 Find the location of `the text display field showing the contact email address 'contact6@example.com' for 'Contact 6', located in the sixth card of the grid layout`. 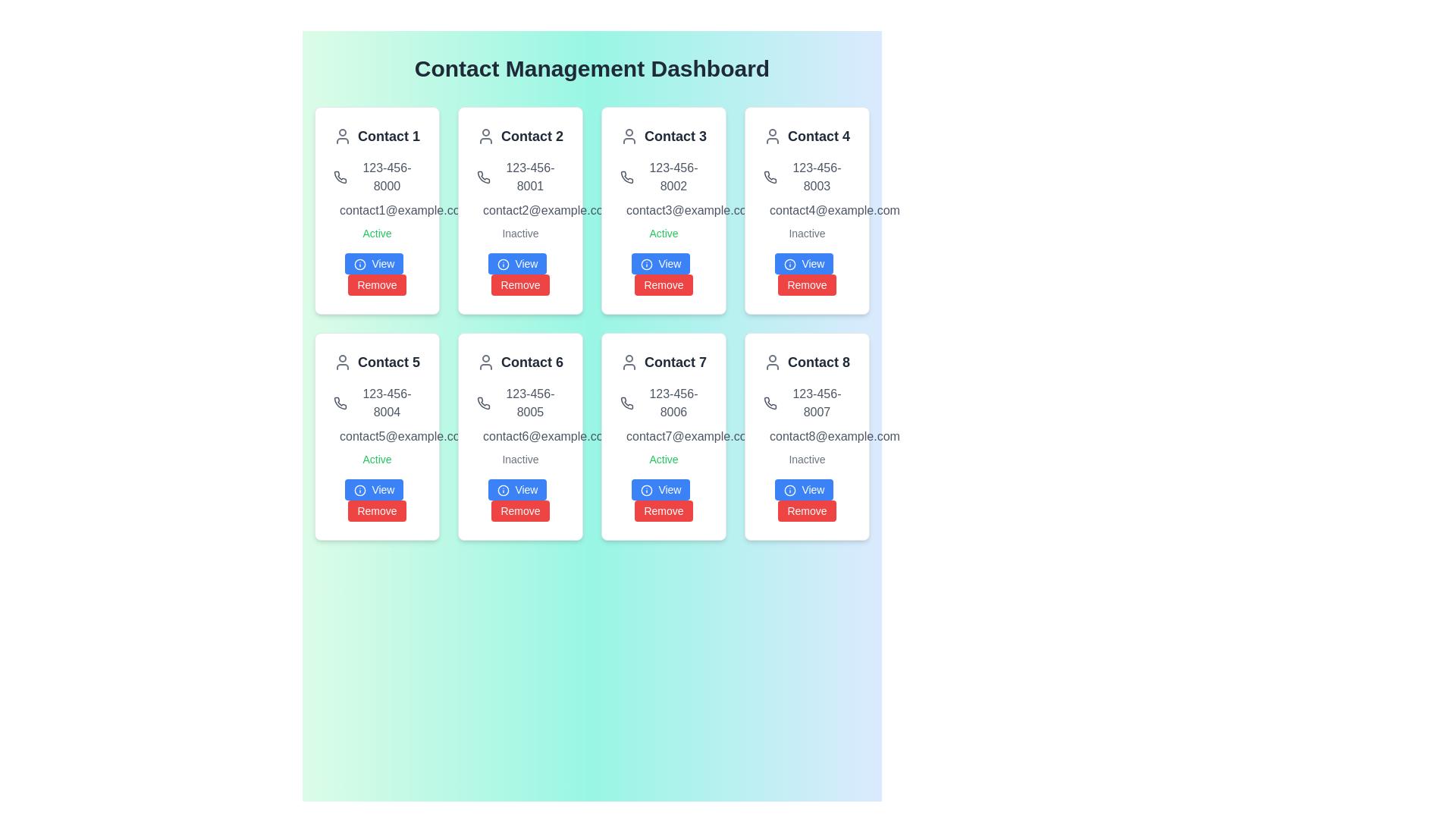

the text display field showing the contact email address 'contact6@example.com' for 'Contact 6', located in the sixth card of the grid layout is located at coordinates (520, 436).